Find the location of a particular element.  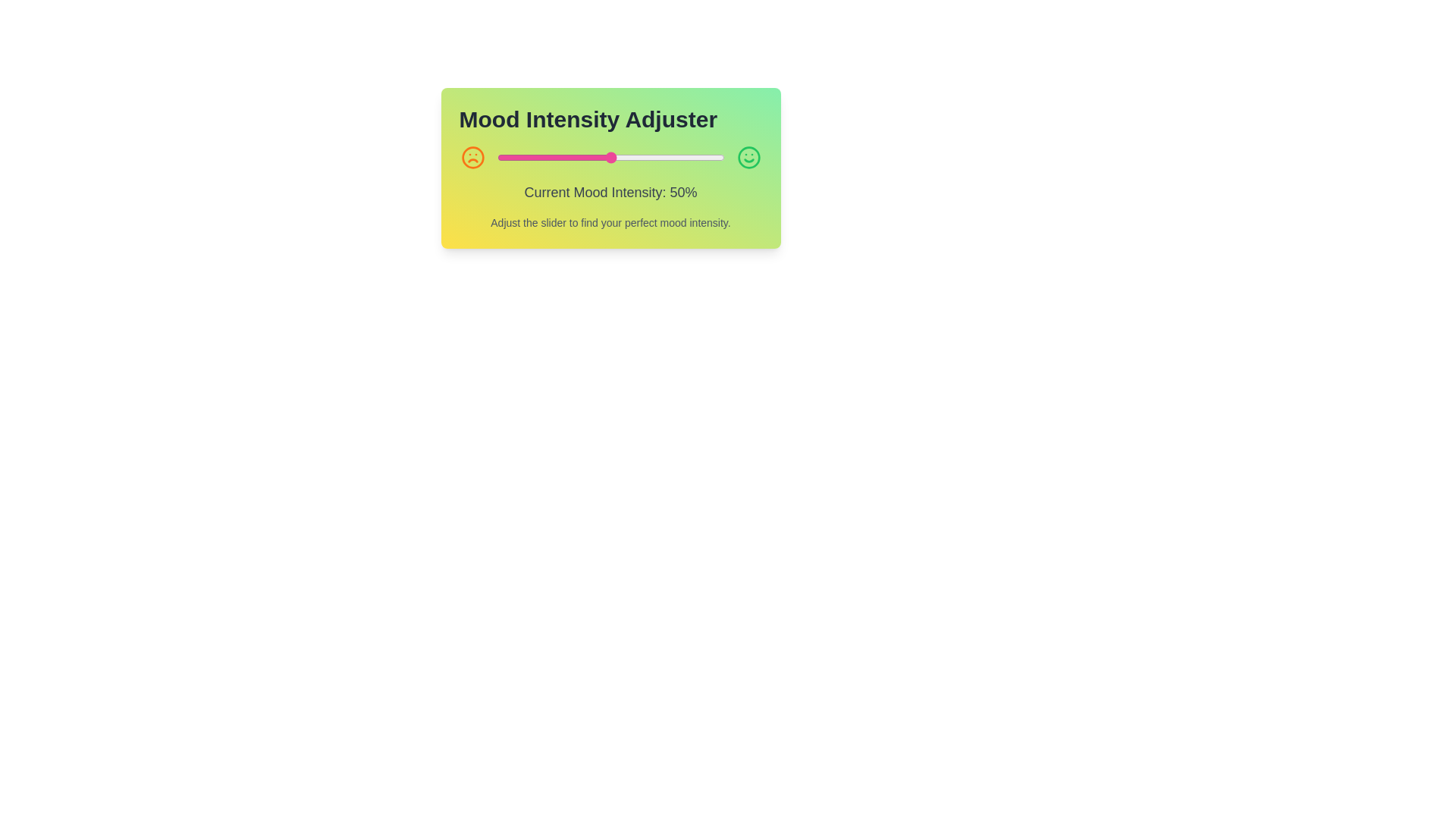

the mood intensity slider to 28% is located at coordinates (560, 158).